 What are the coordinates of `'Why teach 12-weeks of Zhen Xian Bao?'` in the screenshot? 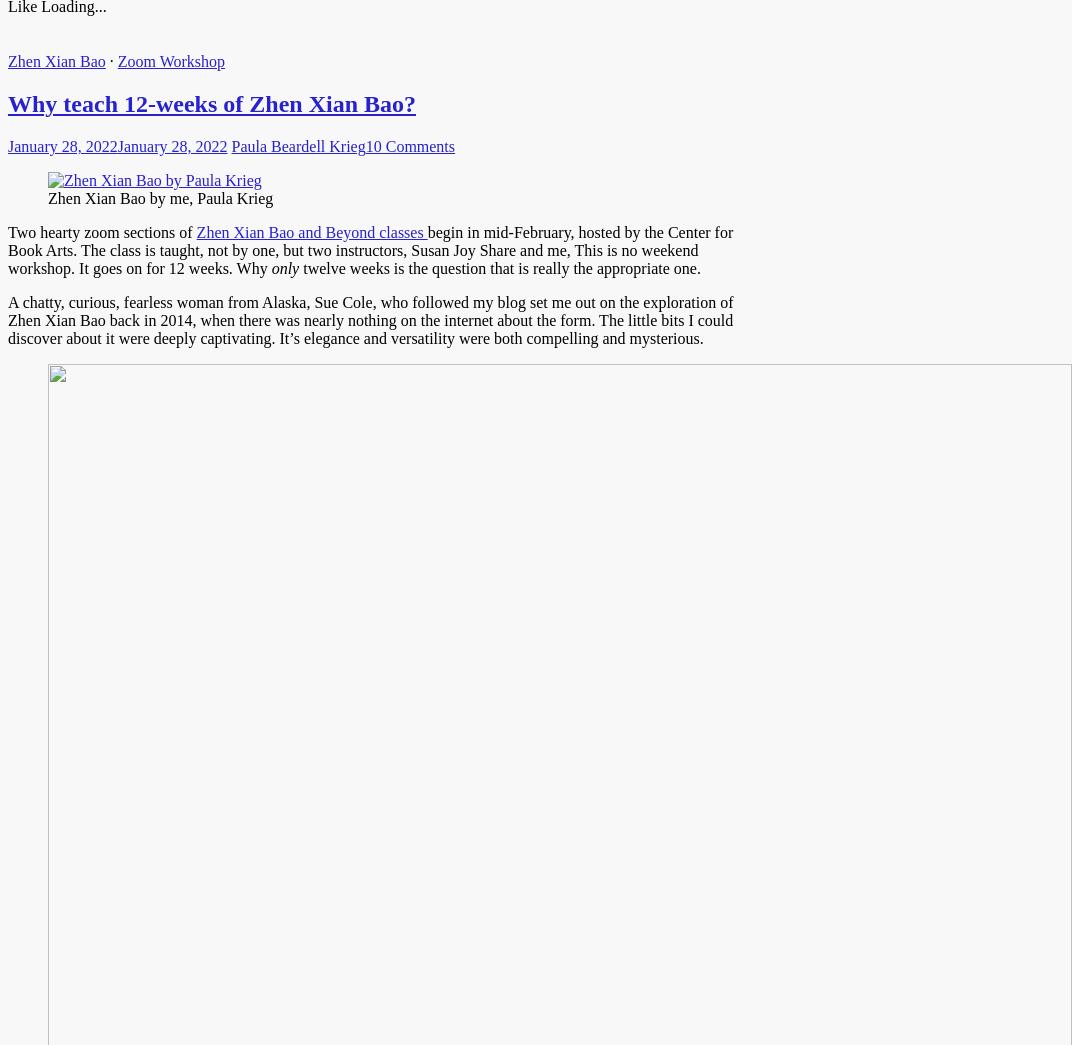 It's located at (212, 103).